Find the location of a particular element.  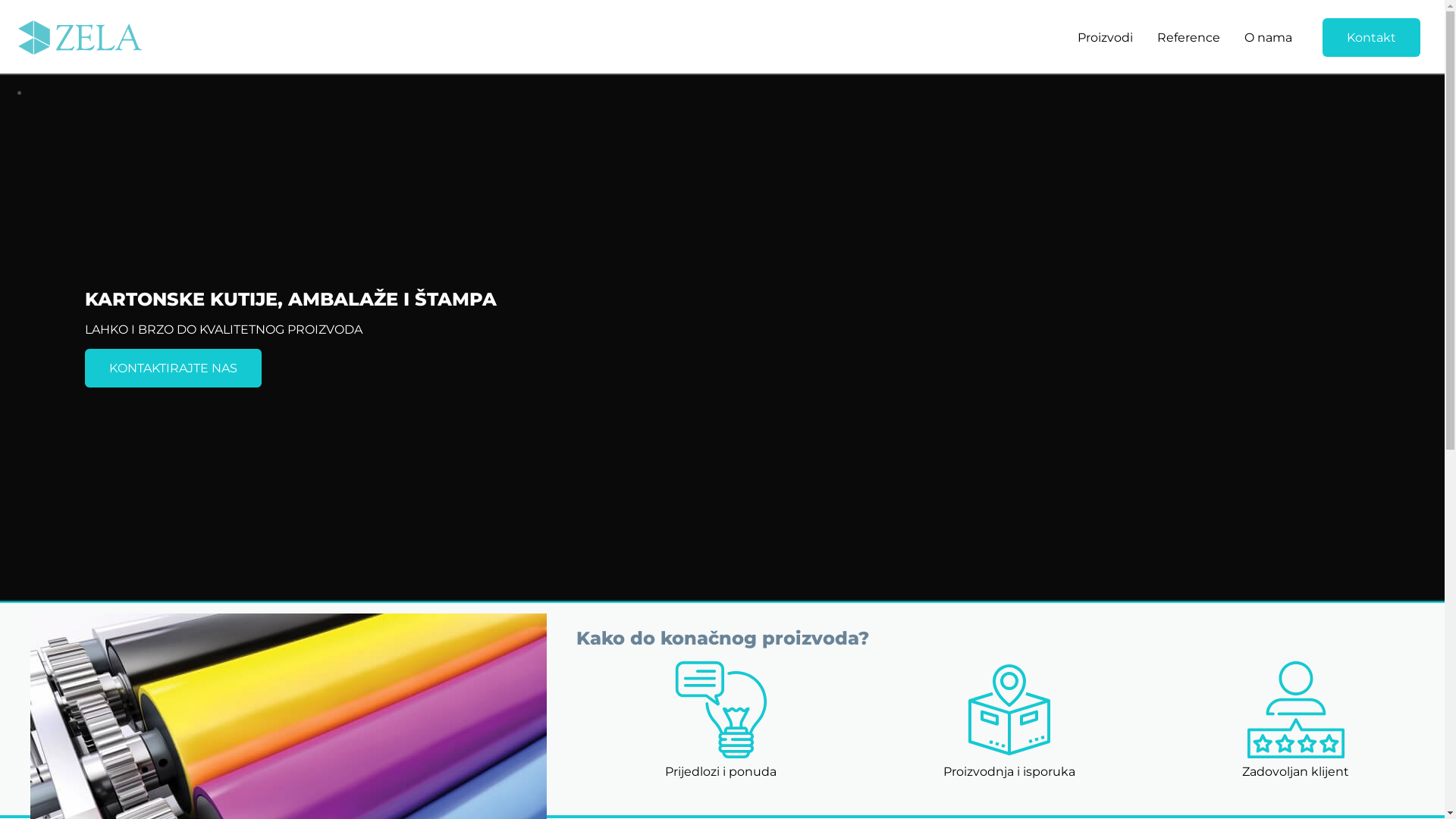

'Proizvodi' is located at coordinates (1105, 36).